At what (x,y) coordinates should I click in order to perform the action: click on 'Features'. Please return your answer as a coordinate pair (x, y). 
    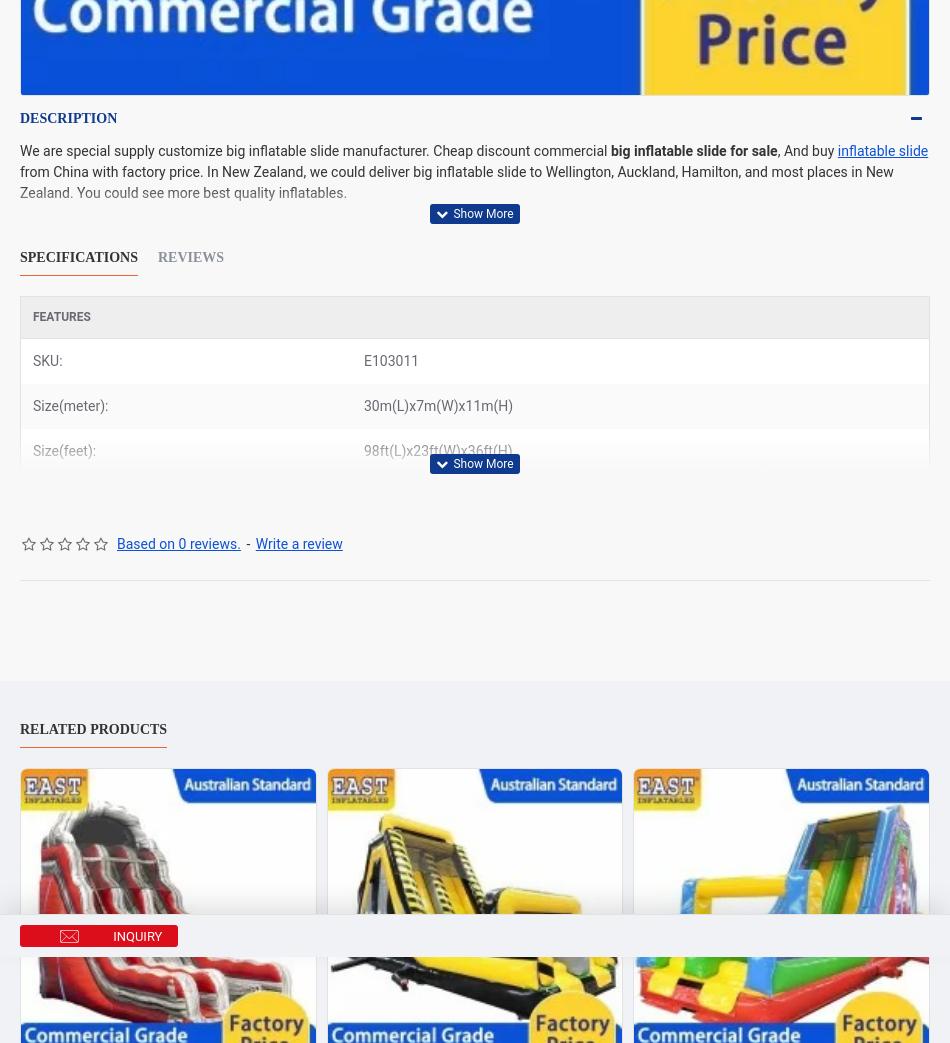
    Looking at the image, I should click on (61, 315).